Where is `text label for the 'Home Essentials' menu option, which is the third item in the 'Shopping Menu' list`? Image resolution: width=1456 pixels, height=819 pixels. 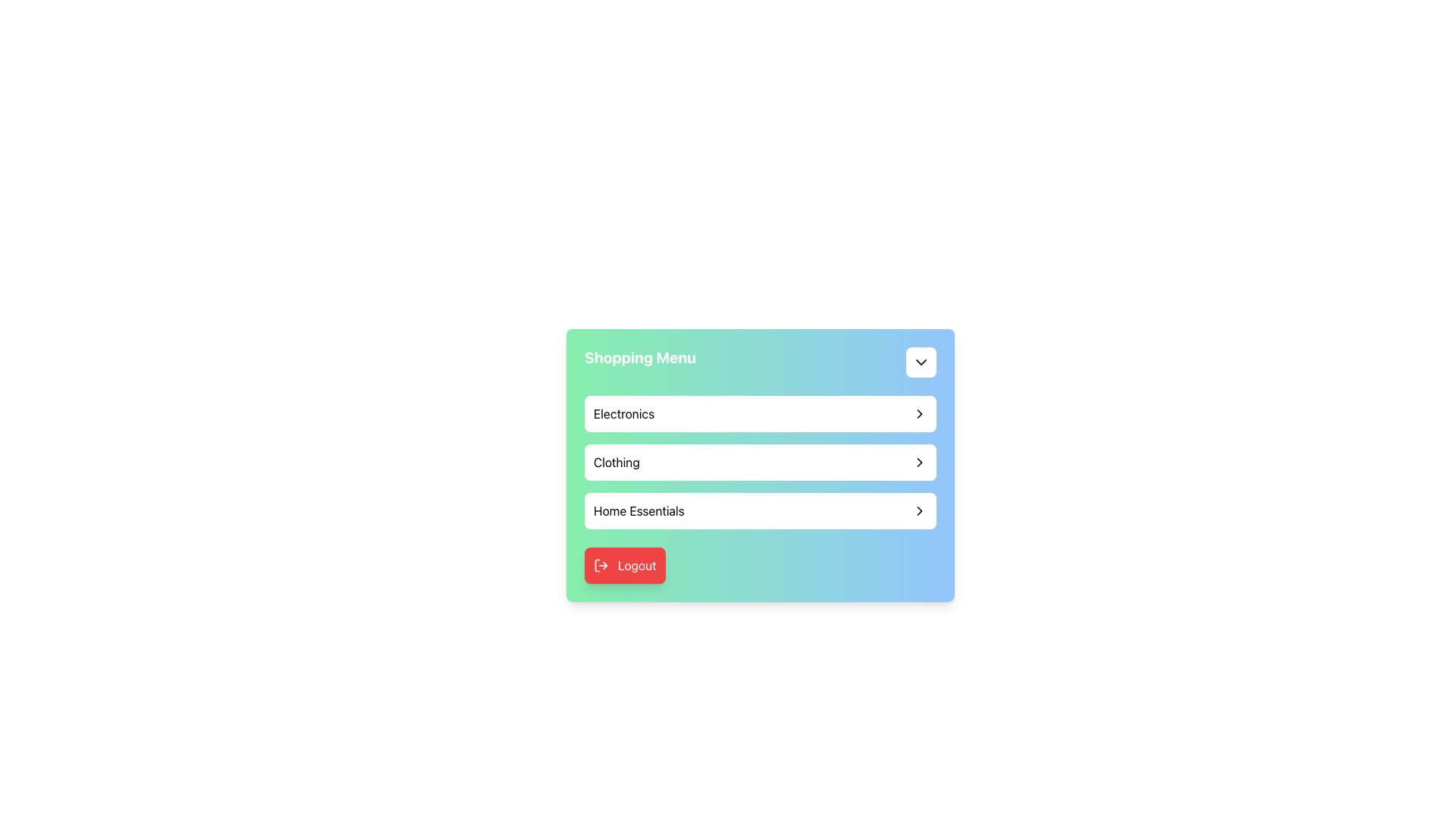
text label for the 'Home Essentials' menu option, which is the third item in the 'Shopping Menu' list is located at coordinates (639, 511).